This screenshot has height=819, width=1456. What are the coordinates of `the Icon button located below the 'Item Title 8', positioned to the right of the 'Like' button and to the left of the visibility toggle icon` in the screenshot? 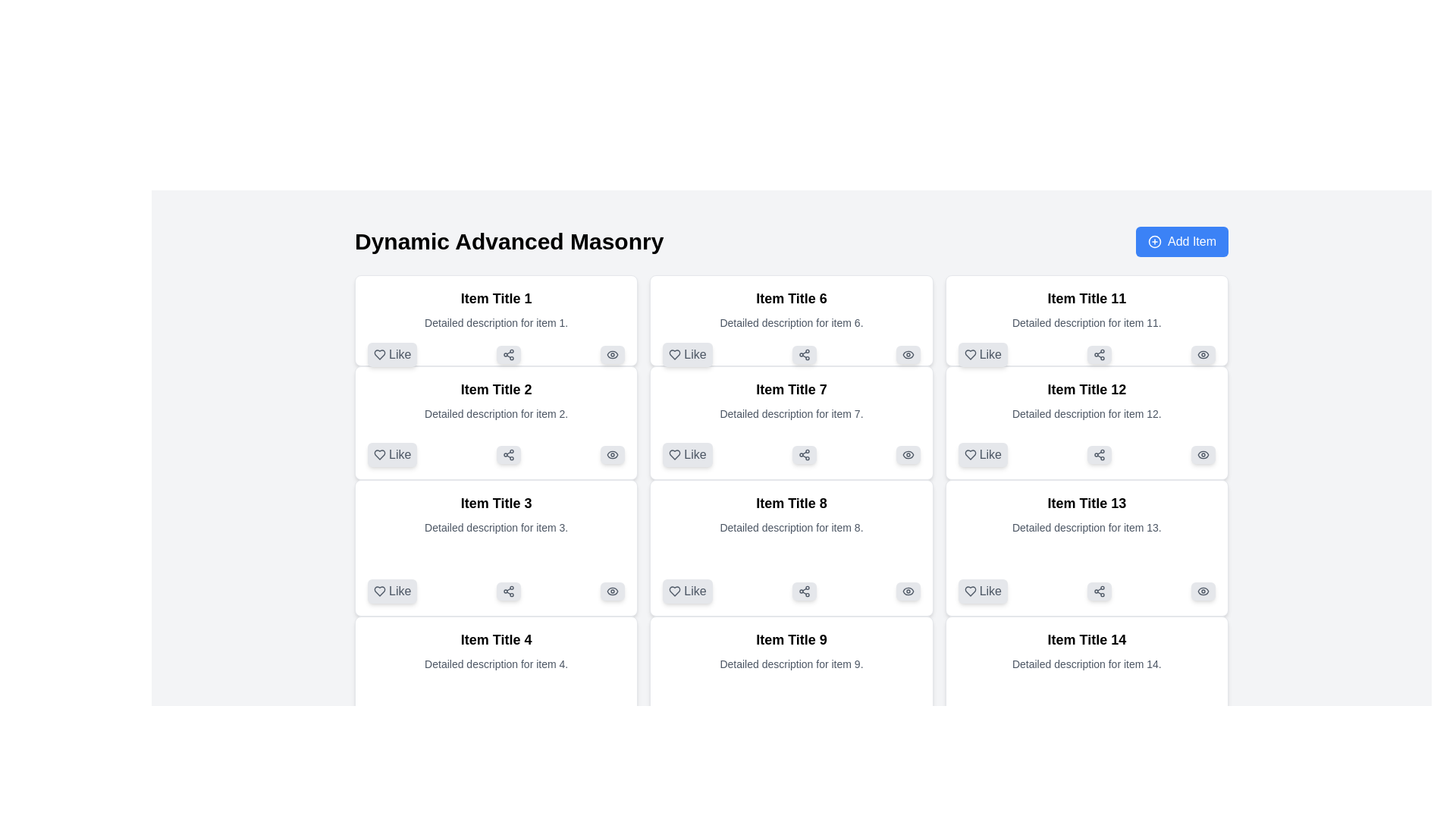 It's located at (803, 590).